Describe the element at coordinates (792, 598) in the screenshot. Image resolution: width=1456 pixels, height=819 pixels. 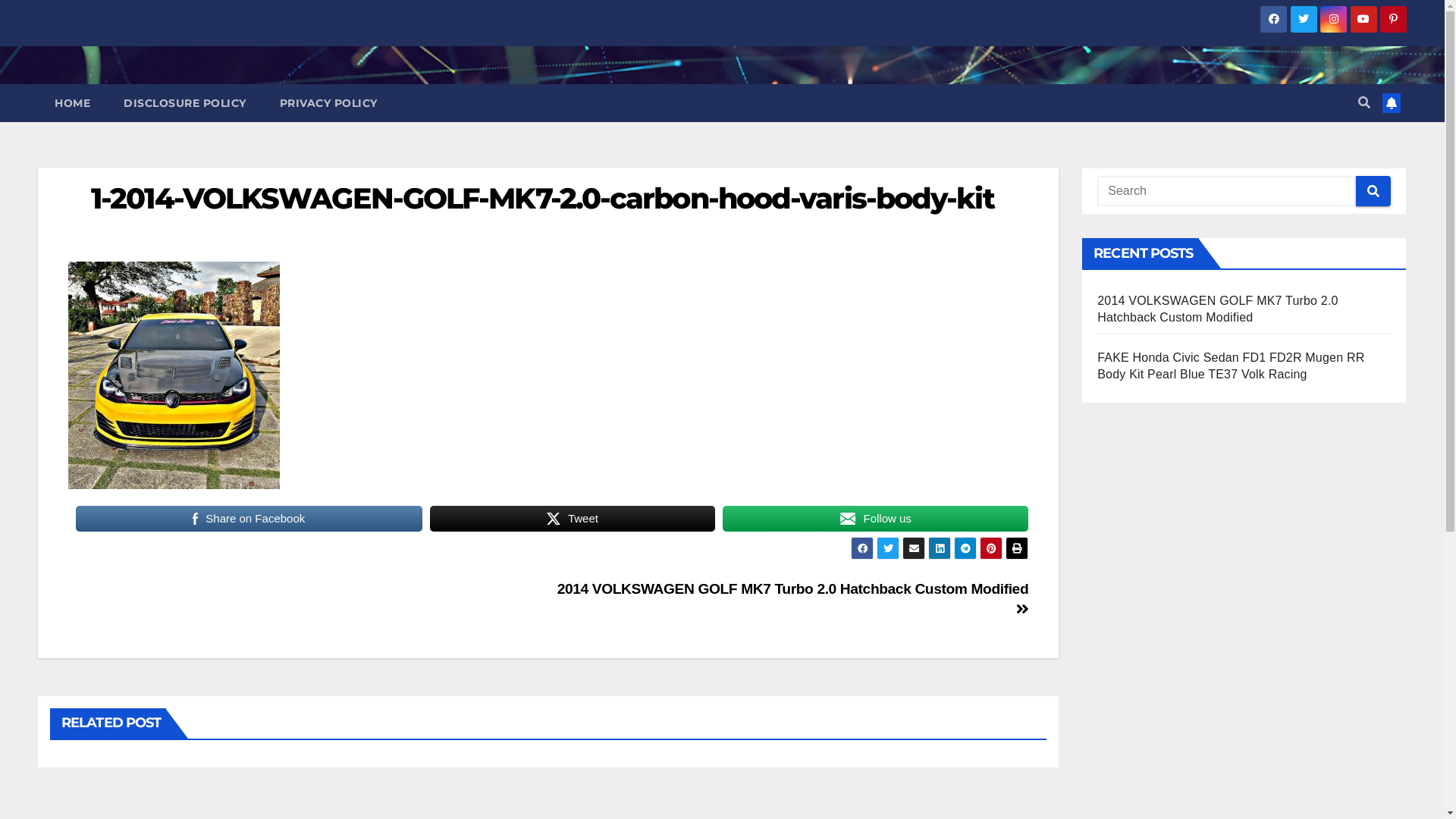
I see `'2014 VOLKSWAGEN GOLF MK7 Turbo 2.0 Hatchback Custom Modified'` at that location.